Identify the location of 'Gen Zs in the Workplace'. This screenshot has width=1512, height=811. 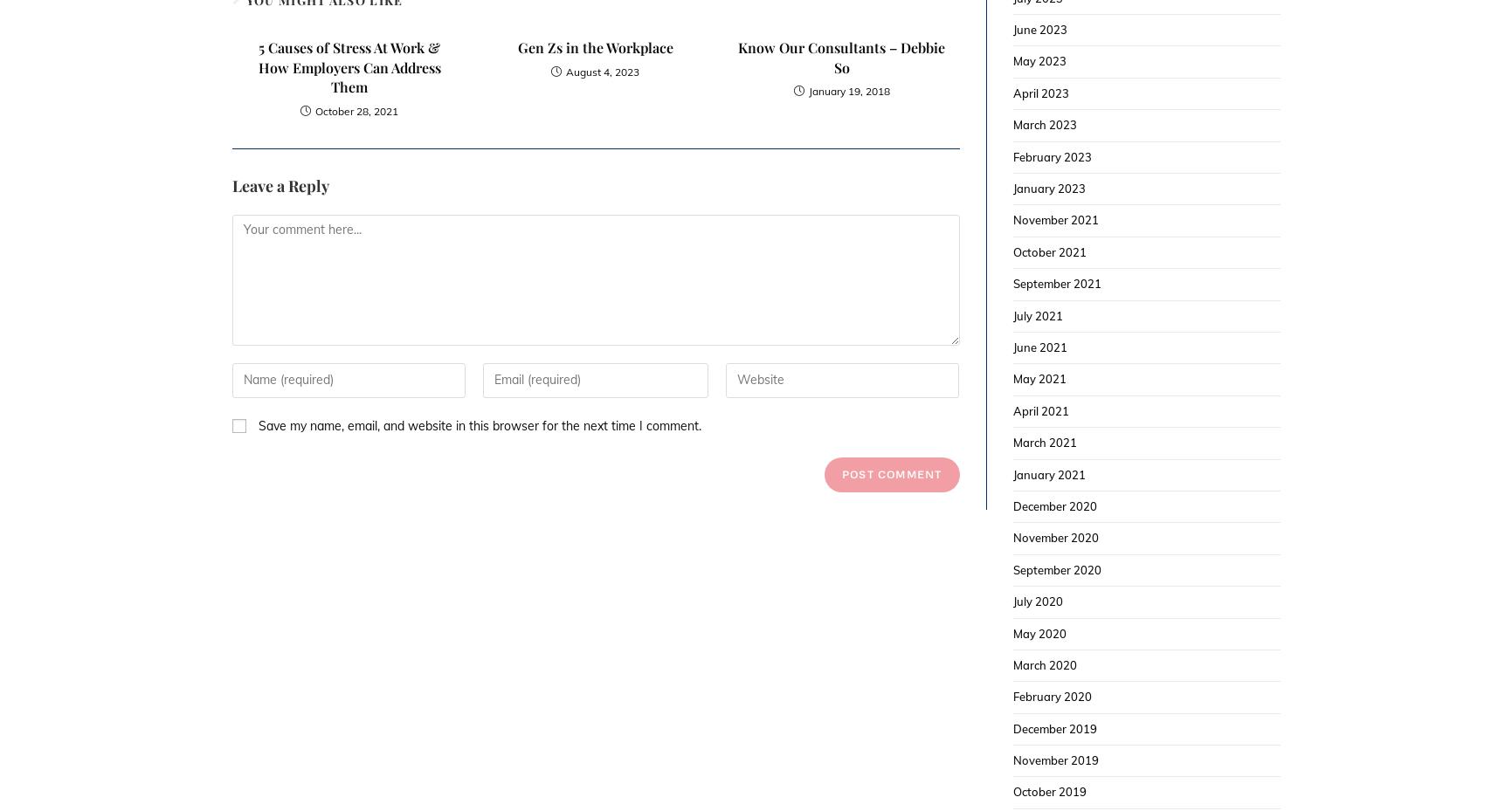
(593, 46).